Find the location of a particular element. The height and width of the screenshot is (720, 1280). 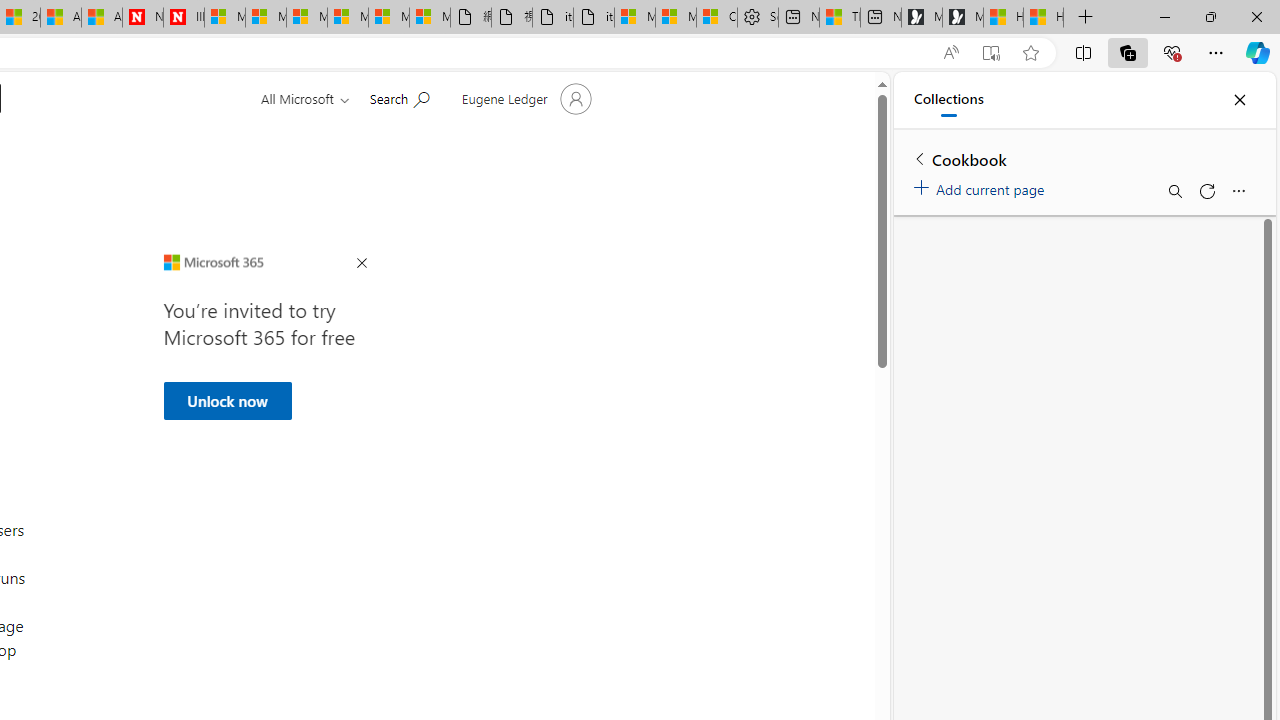

'Close Ad' is located at coordinates (361, 263).